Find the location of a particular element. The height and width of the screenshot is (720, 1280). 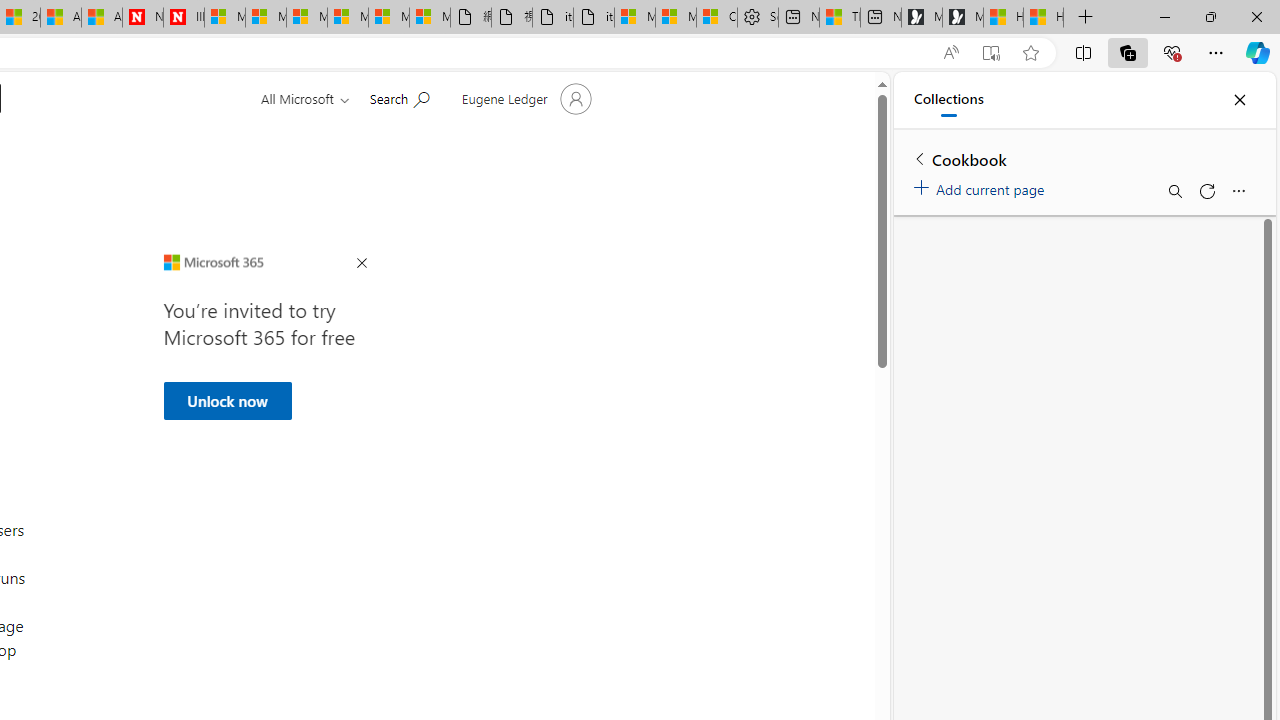

'Close Ad' is located at coordinates (361, 263).